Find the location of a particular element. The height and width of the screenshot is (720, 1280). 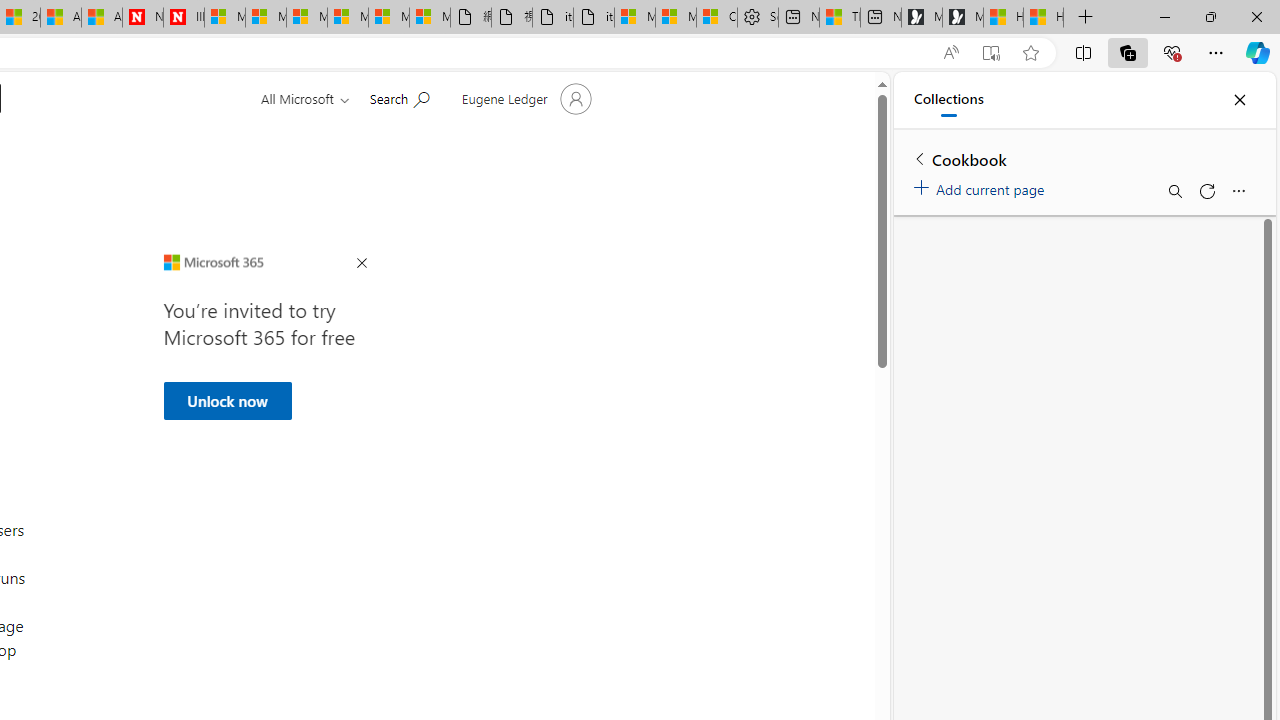

'Close Ad' is located at coordinates (361, 263).